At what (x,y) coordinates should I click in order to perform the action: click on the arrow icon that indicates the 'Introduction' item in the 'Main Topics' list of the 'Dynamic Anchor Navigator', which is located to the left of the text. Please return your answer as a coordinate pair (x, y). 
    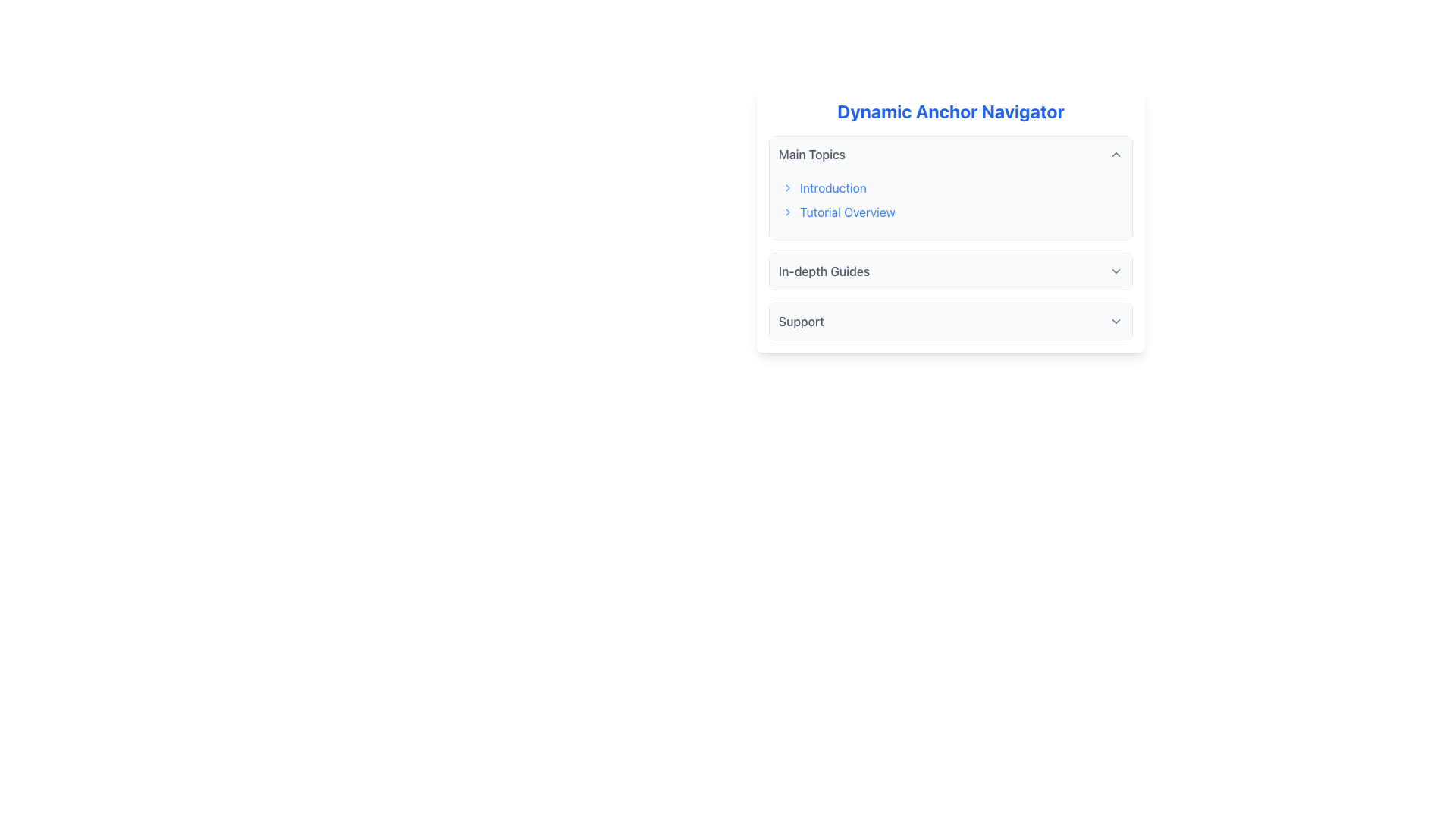
    Looking at the image, I should click on (787, 187).